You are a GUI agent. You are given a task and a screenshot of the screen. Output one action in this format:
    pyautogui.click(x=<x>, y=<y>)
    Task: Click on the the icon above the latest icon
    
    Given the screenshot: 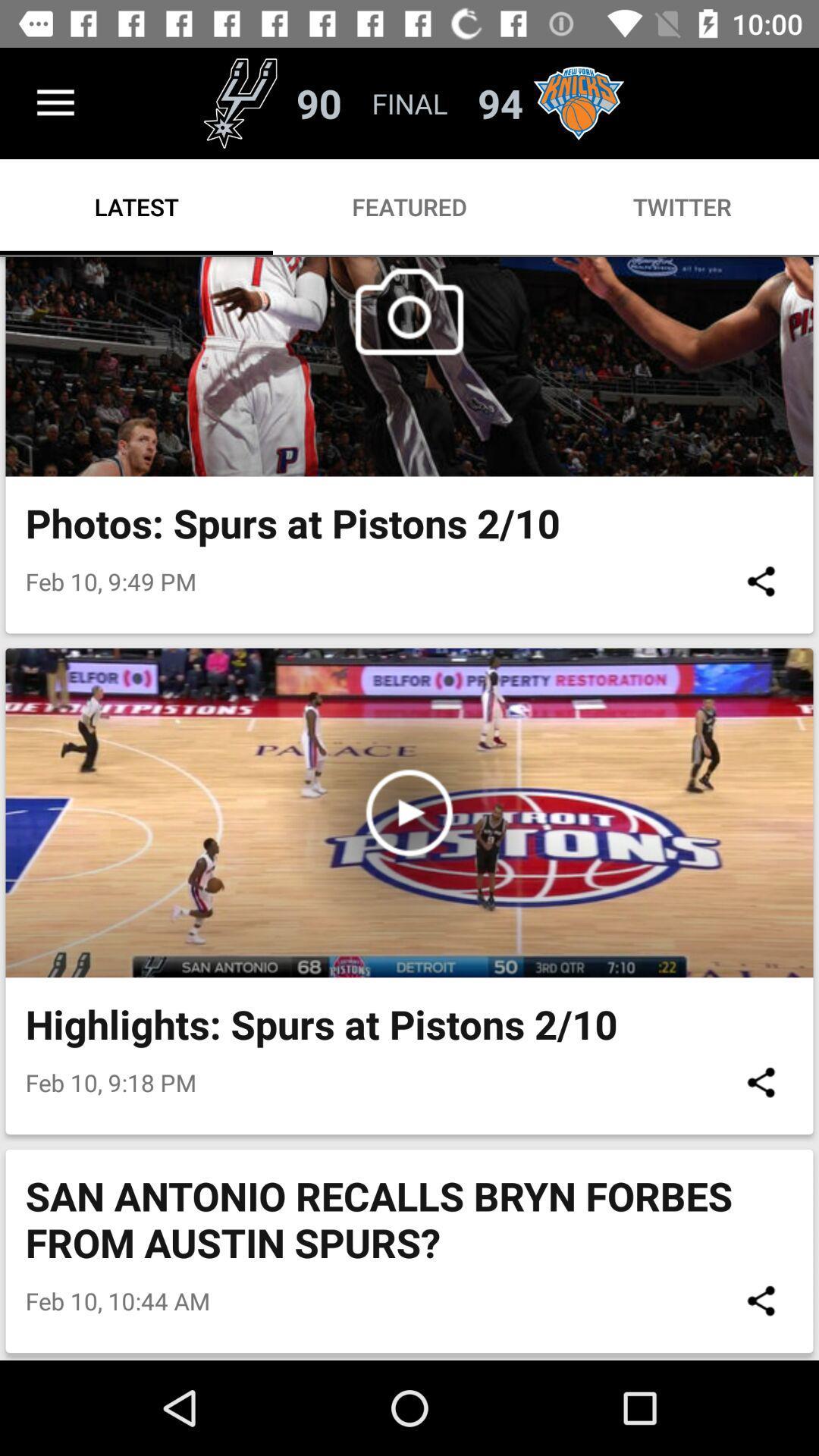 What is the action you would take?
    pyautogui.click(x=55, y=102)
    